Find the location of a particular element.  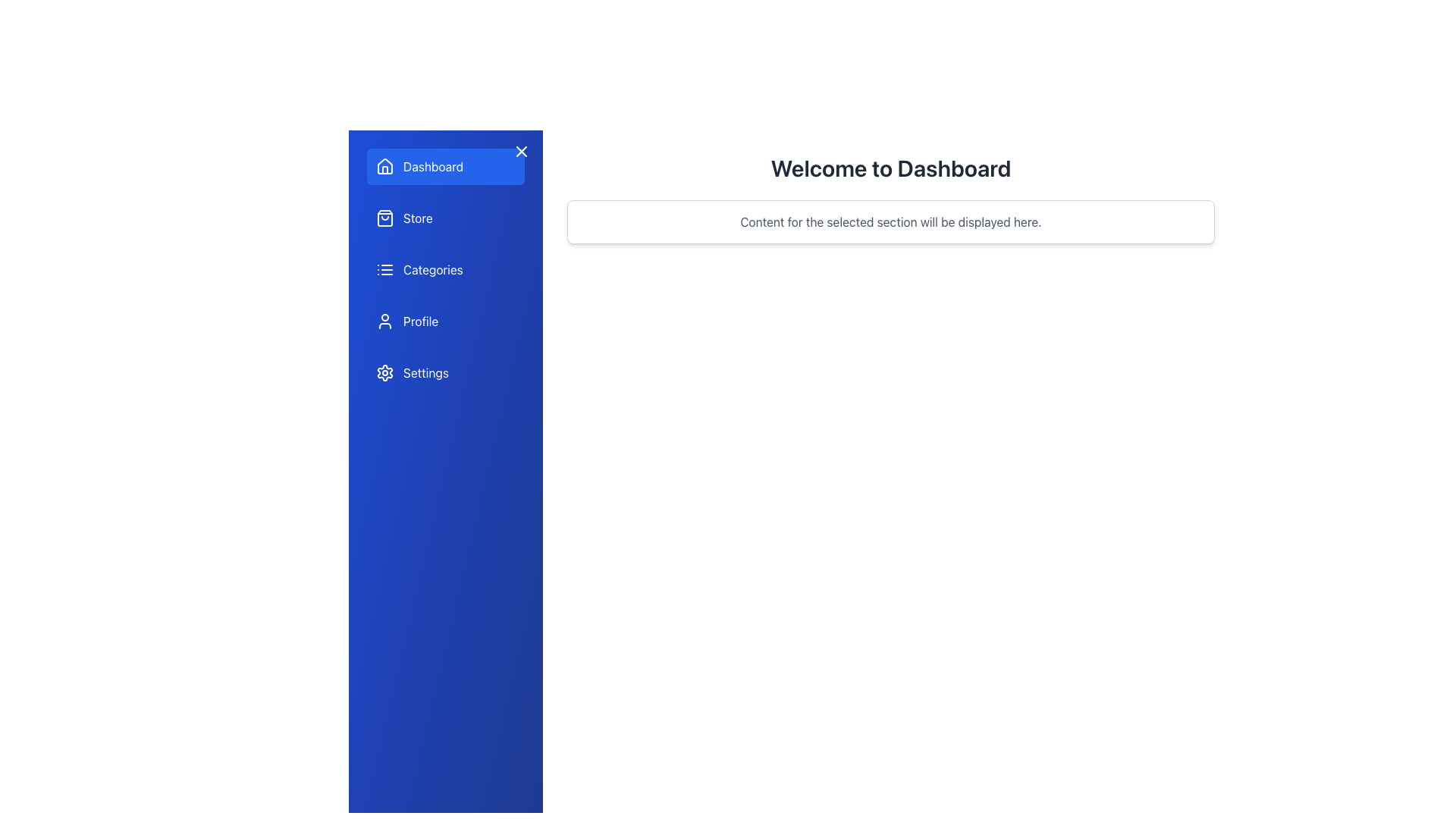

the settings icon, which is an SVG located to the left of the 'Settings' label in the bottom section of the navigation list is located at coordinates (385, 373).